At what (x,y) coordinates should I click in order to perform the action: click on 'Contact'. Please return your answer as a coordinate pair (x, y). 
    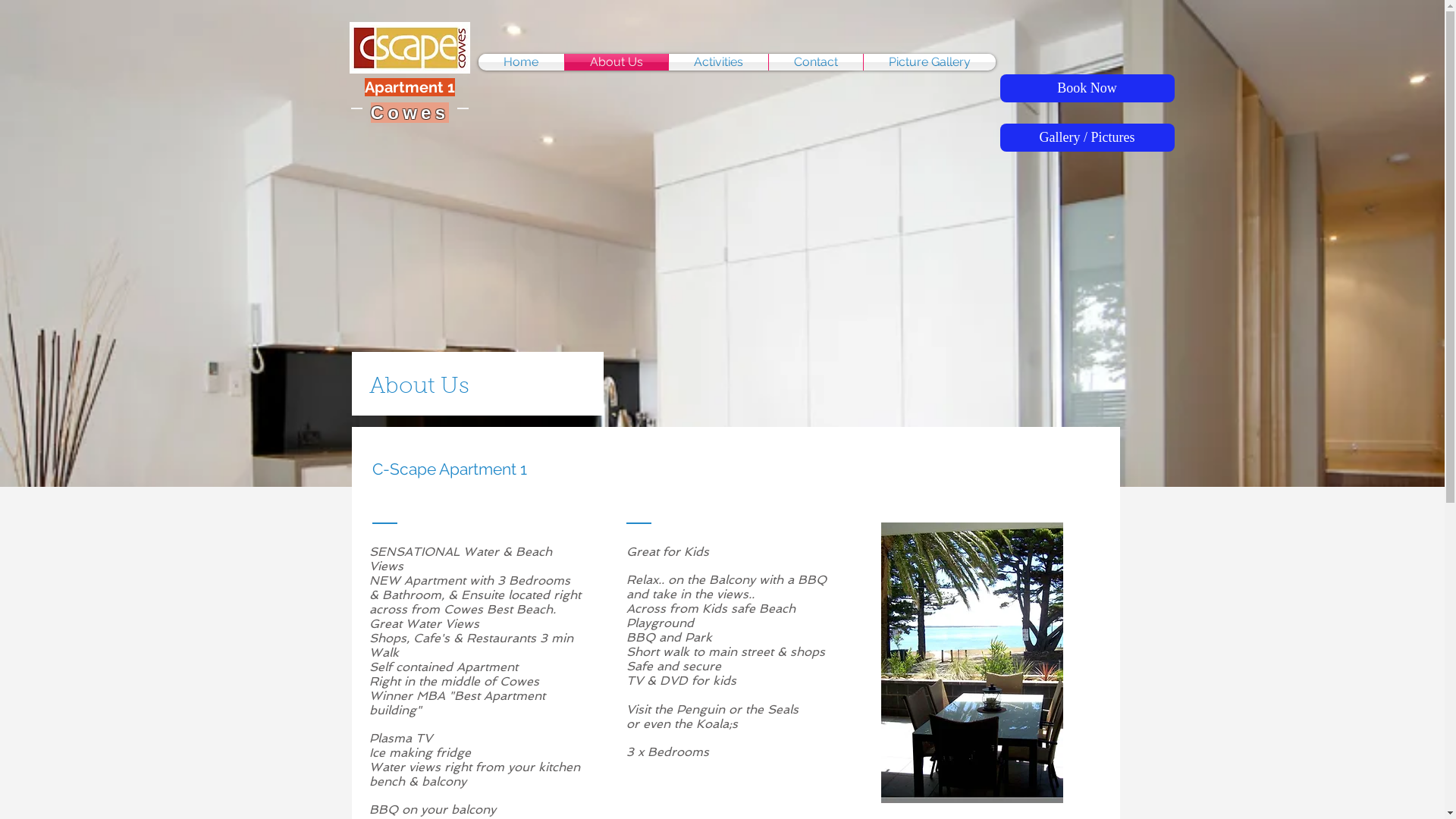
    Looking at the image, I should click on (814, 61).